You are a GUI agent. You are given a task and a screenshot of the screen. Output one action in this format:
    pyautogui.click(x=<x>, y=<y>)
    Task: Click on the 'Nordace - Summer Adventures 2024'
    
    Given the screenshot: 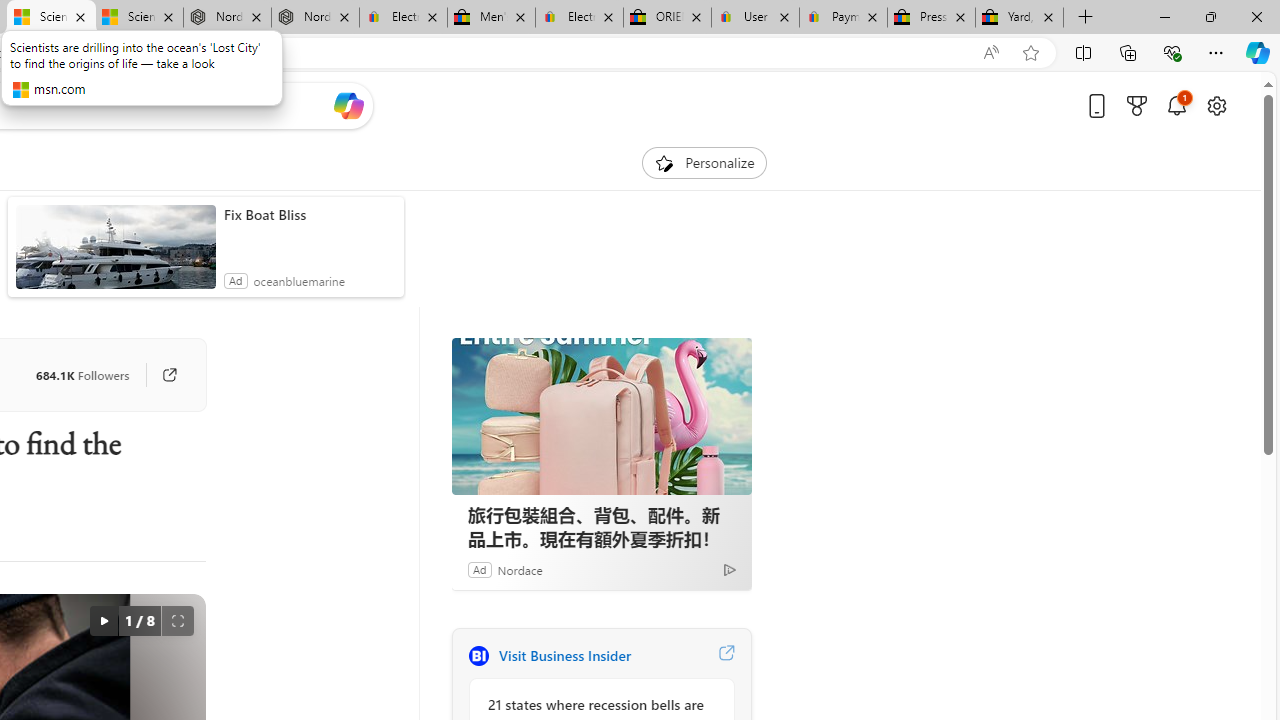 What is the action you would take?
    pyautogui.click(x=227, y=17)
    